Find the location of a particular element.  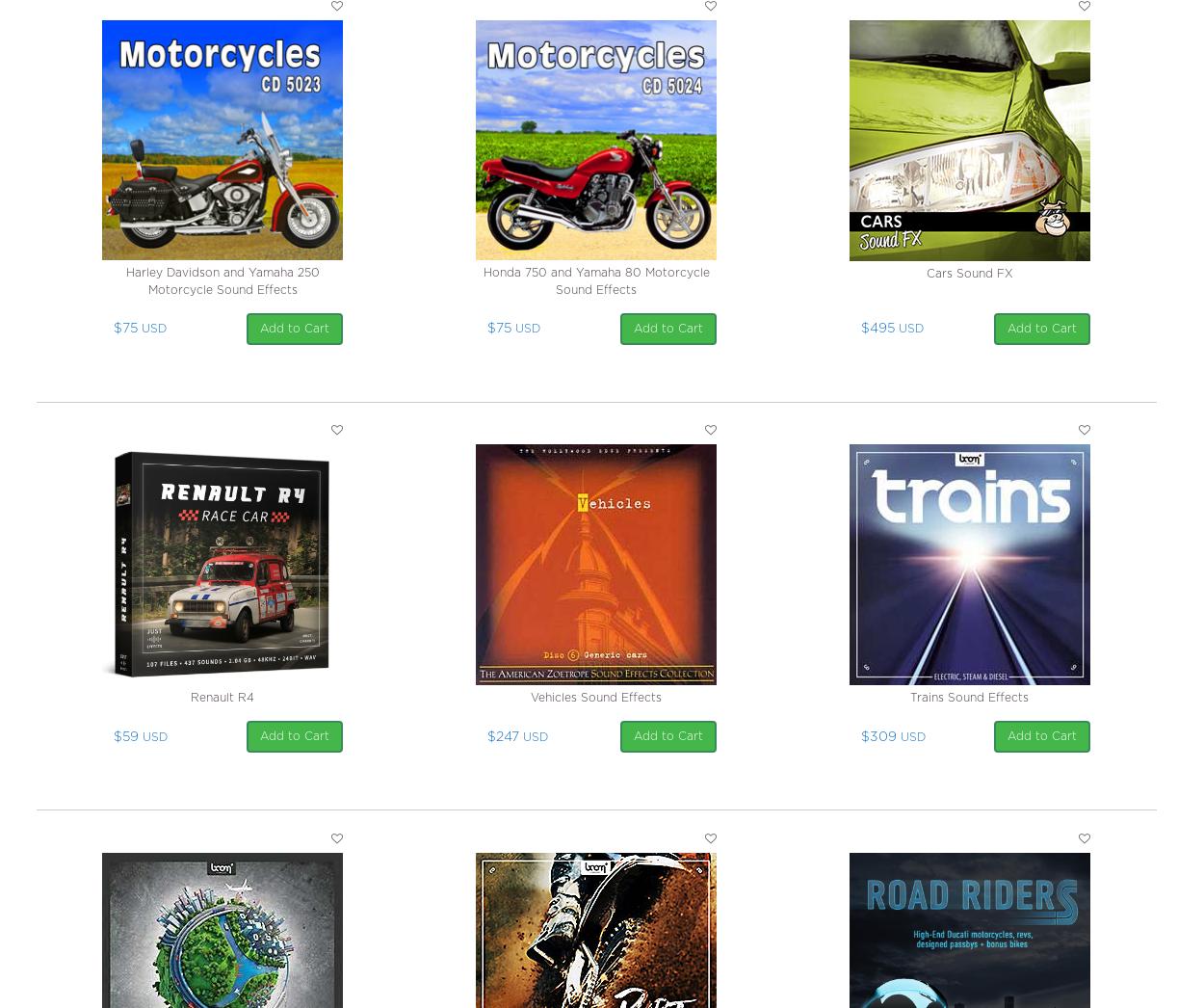

'$495' is located at coordinates (877, 327).